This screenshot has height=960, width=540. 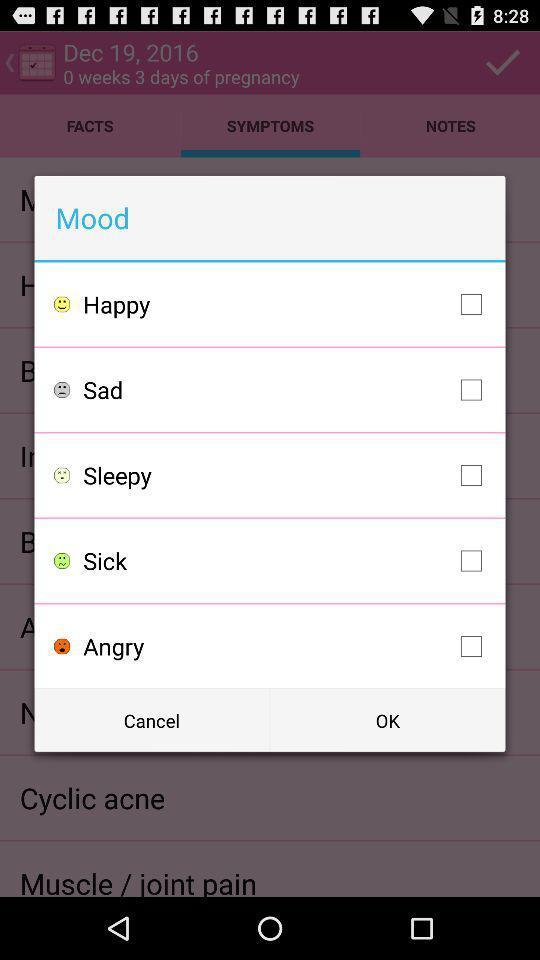 What do you see at coordinates (286, 475) in the screenshot?
I see `item above sick icon` at bounding box center [286, 475].